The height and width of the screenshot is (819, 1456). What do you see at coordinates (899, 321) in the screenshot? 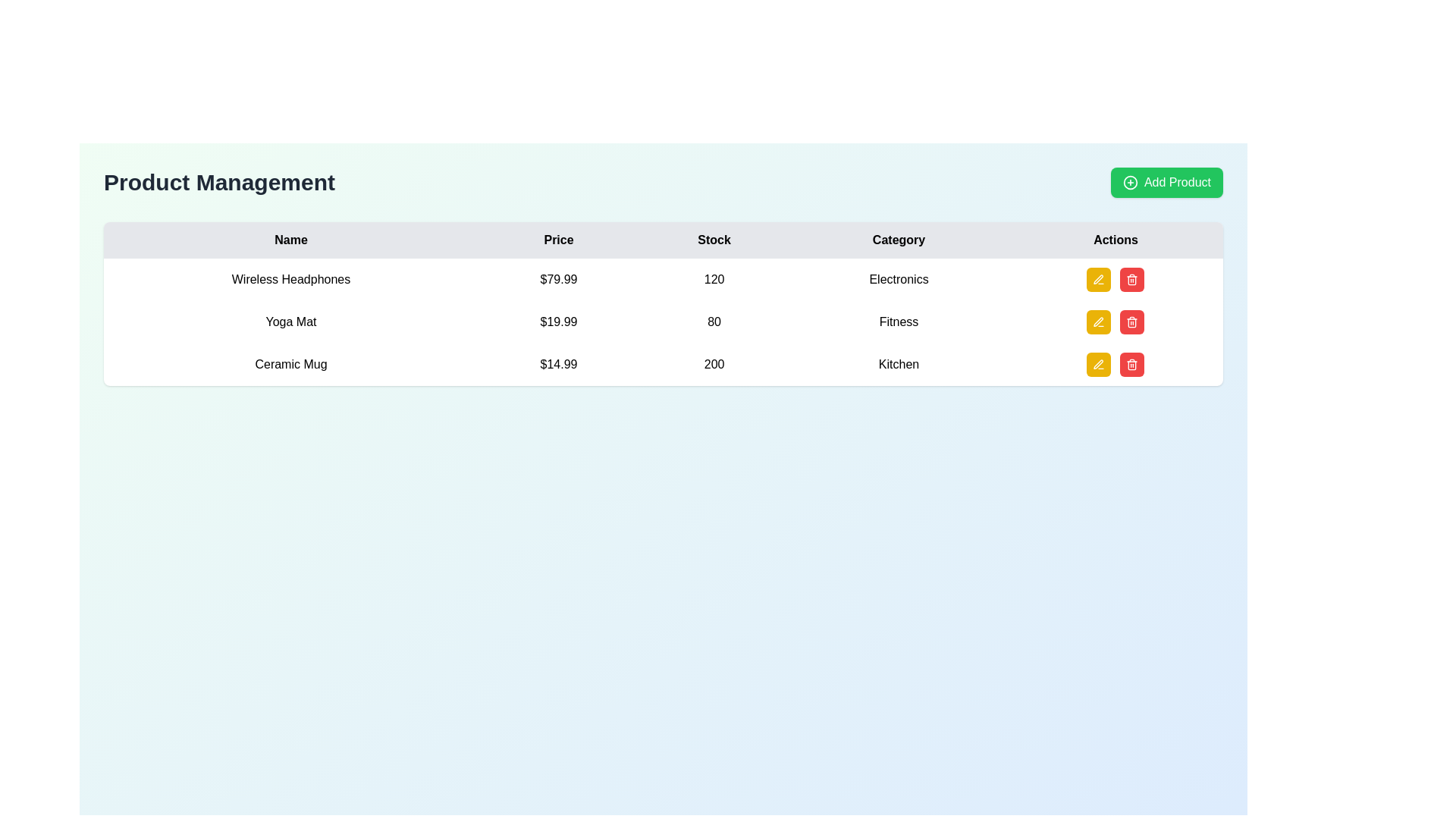
I see `the 'Fitness' text label indicating the category associated with the item 'Yoga Mat' in the second row of the table` at bounding box center [899, 321].